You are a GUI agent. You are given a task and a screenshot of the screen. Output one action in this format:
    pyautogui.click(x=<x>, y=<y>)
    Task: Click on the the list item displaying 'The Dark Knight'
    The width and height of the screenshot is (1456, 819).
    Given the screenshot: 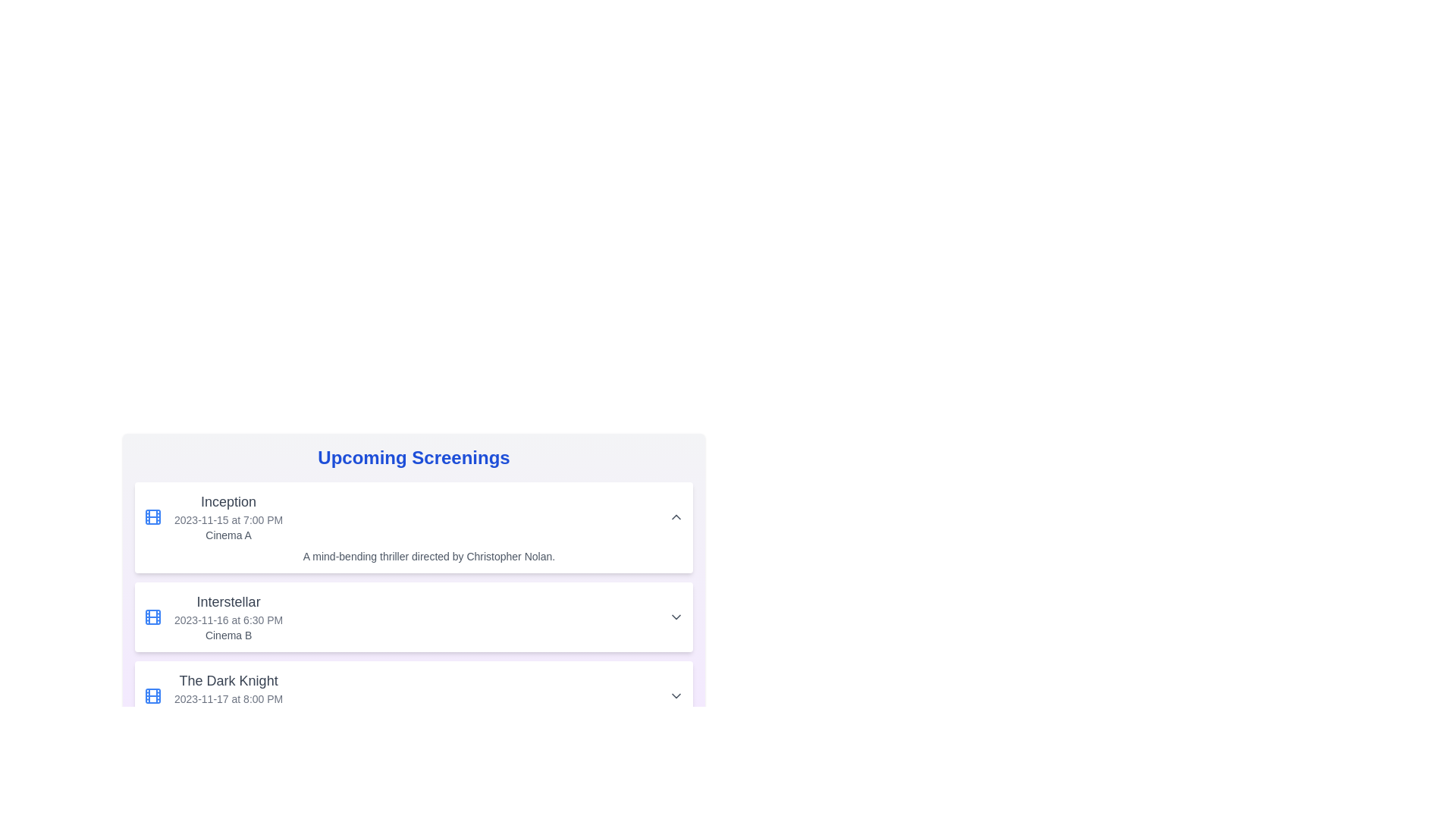 What is the action you would take?
    pyautogui.click(x=414, y=696)
    